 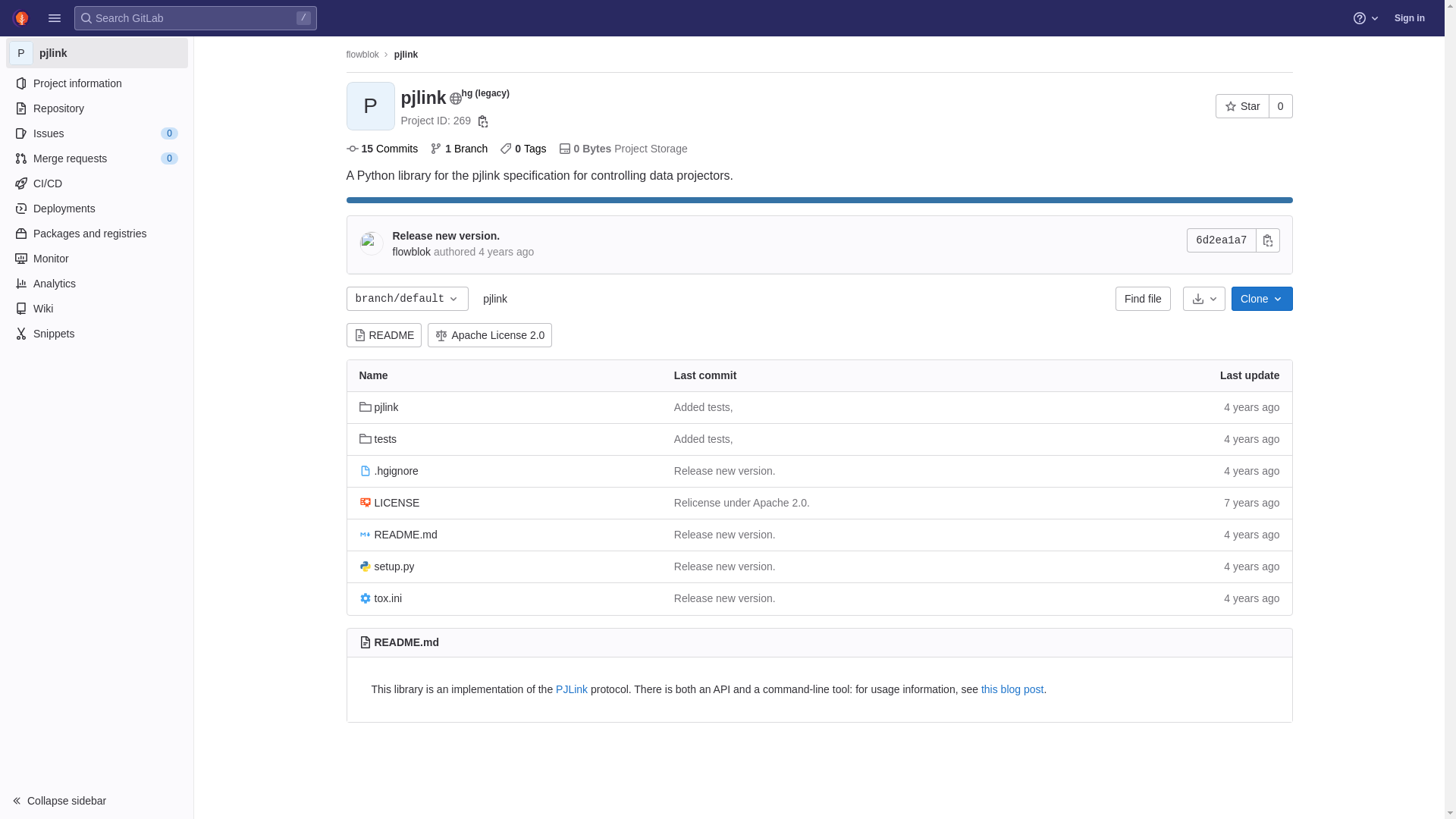 What do you see at coordinates (381, 149) in the screenshot?
I see `'15` at bounding box center [381, 149].